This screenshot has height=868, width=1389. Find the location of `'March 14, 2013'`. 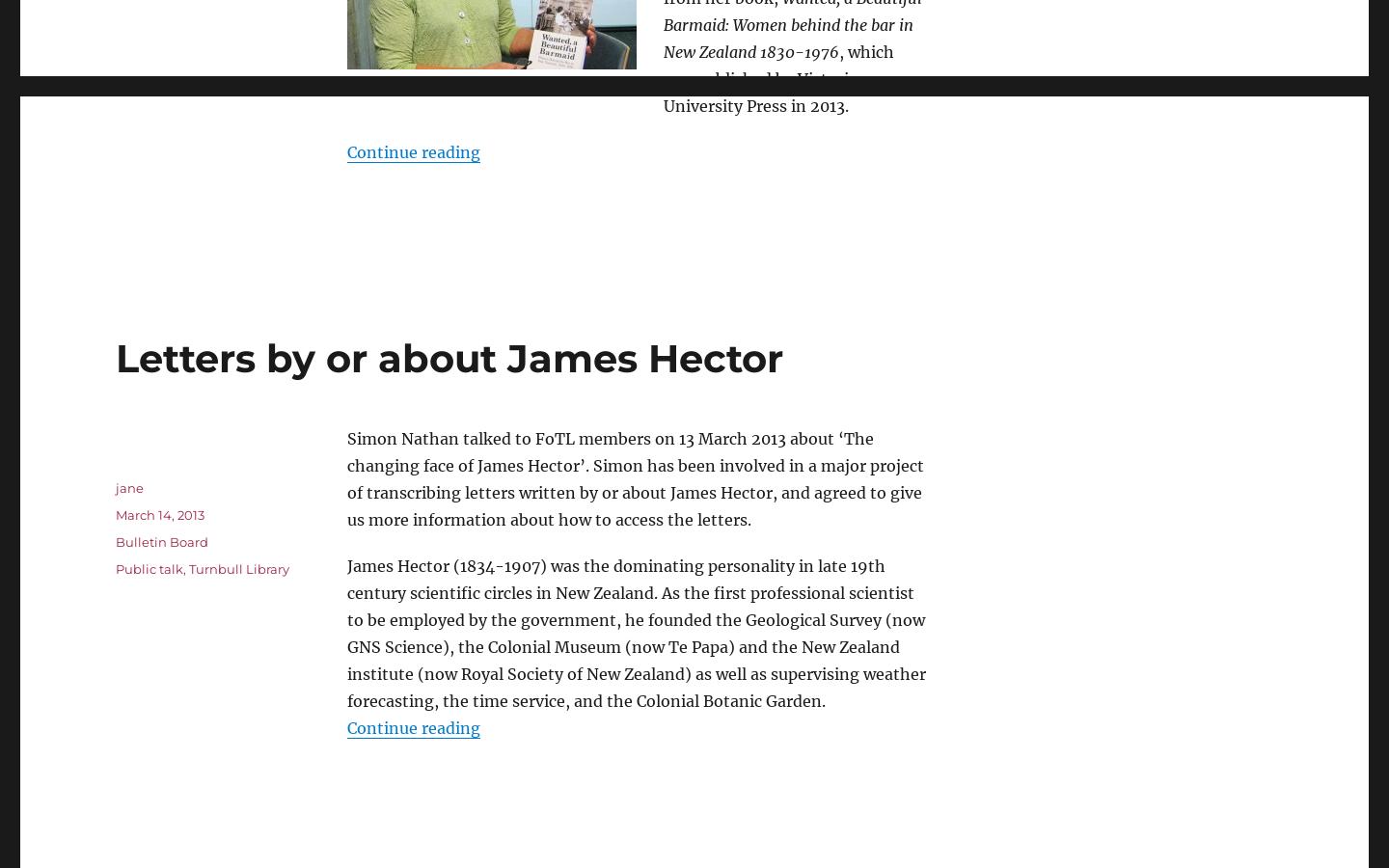

'March 14, 2013' is located at coordinates (159, 512).